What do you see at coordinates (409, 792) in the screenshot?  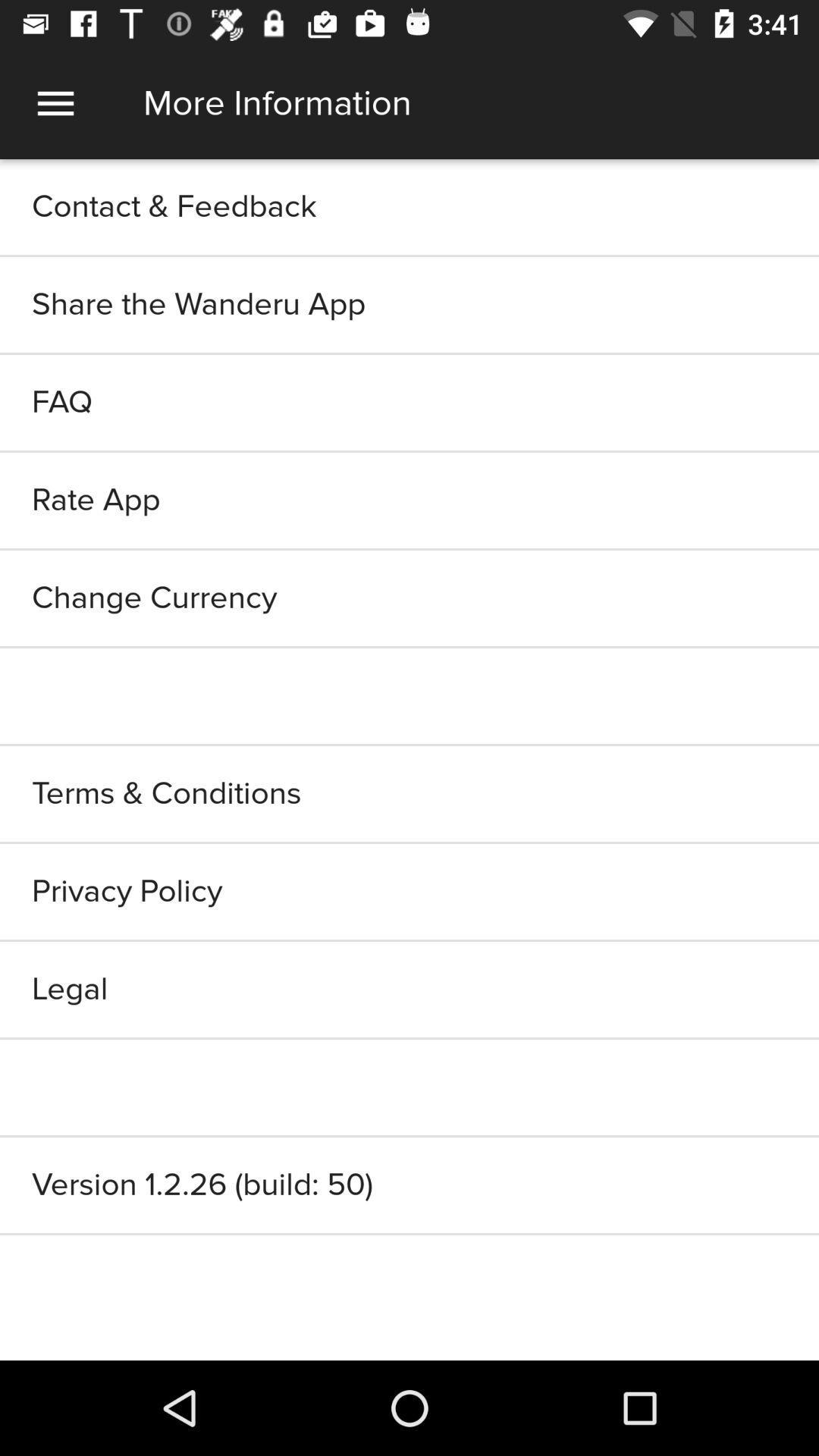 I see `terms & conditions` at bounding box center [409, 792].